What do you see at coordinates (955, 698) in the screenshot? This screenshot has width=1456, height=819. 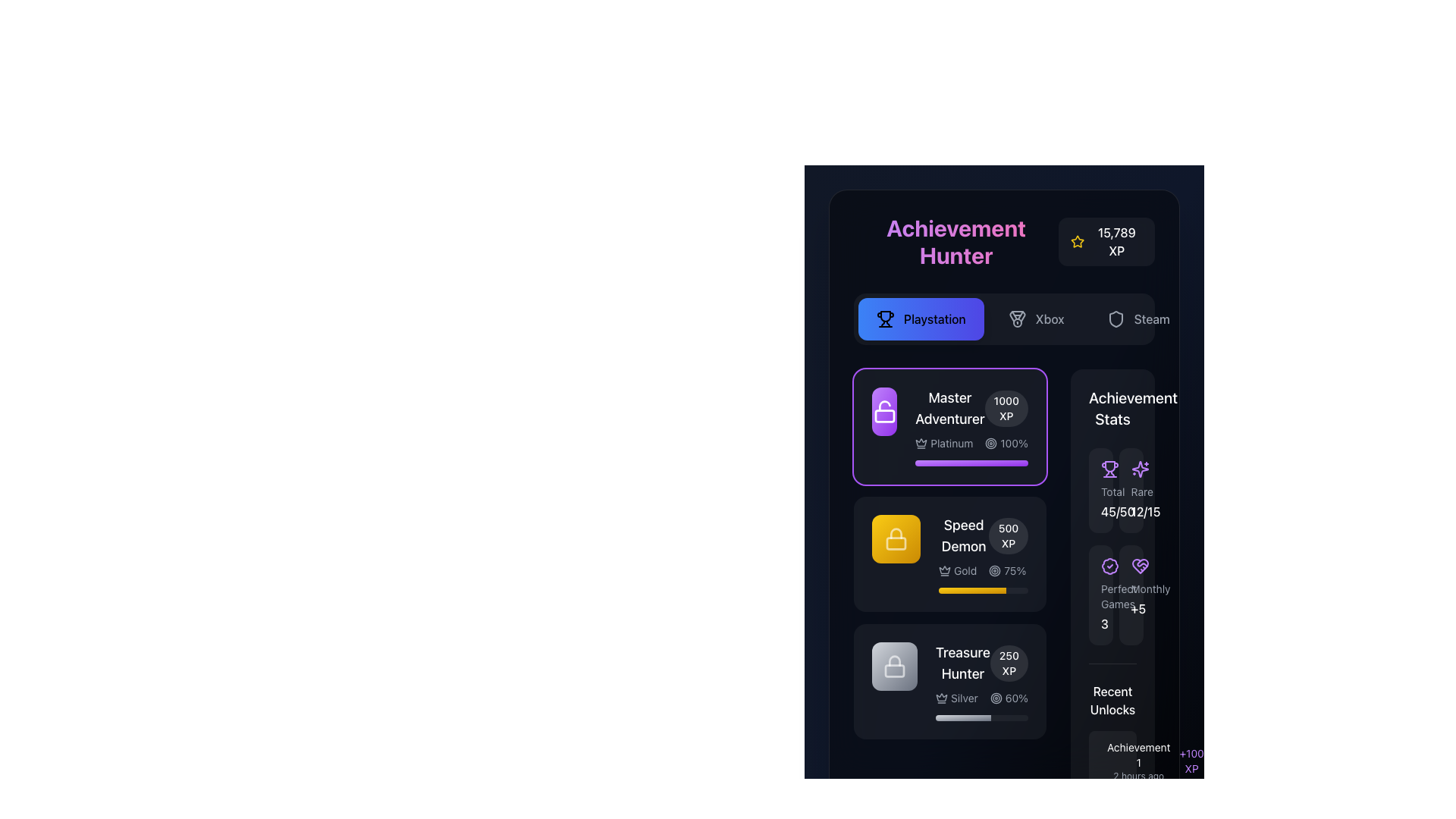 I see `the 'Silver' label which is displayed in a small, gray, sans-serif font and is located to the right of a crown icon in the 'Treasure Hunter' section` at bounding box center [955, 698].